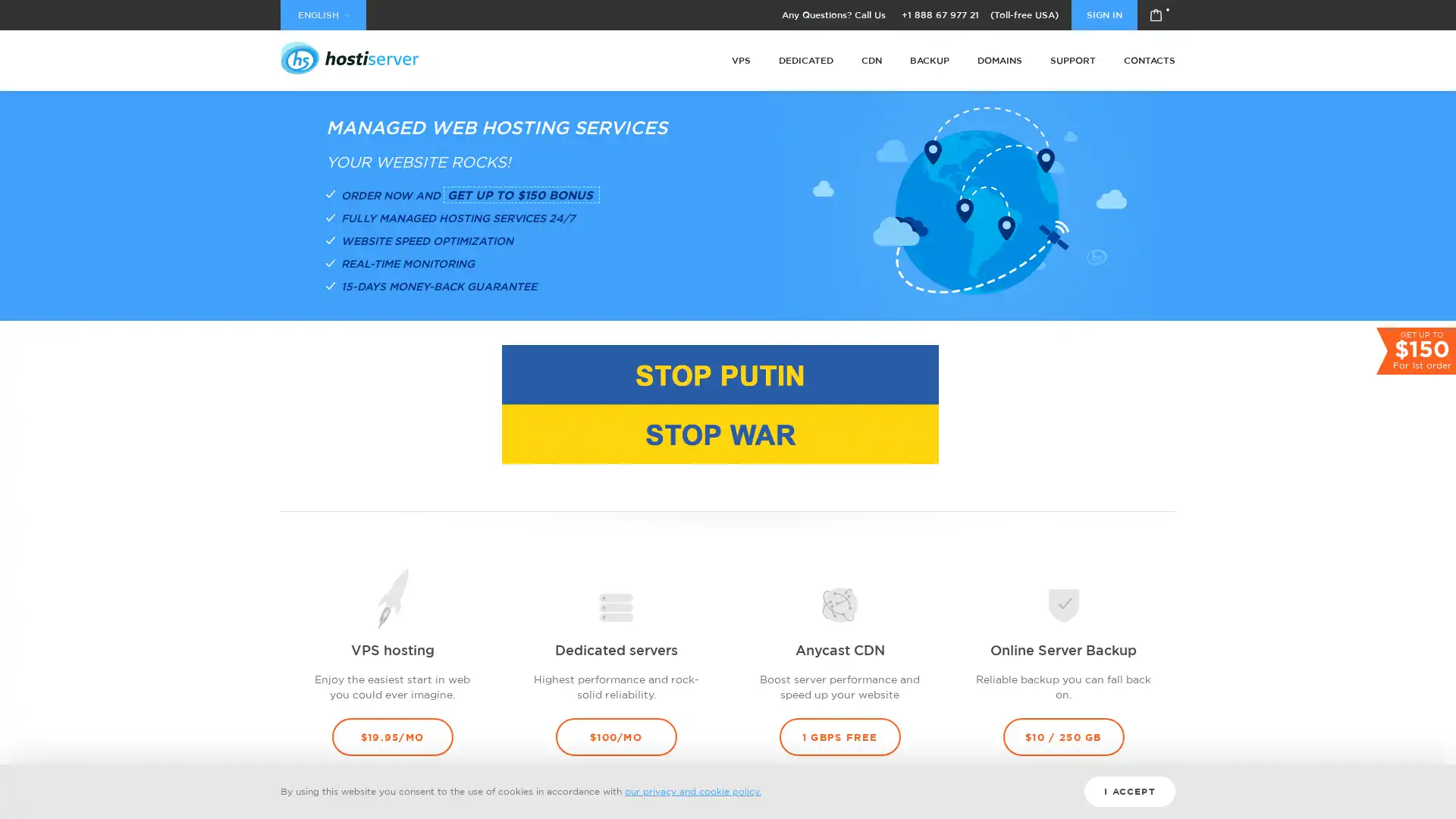 The image size is (1456, 819). What do you see at coordinates (1129, 791) in the screenshot?
I see `I ACCEPT` at bounding box center [1129, 791].